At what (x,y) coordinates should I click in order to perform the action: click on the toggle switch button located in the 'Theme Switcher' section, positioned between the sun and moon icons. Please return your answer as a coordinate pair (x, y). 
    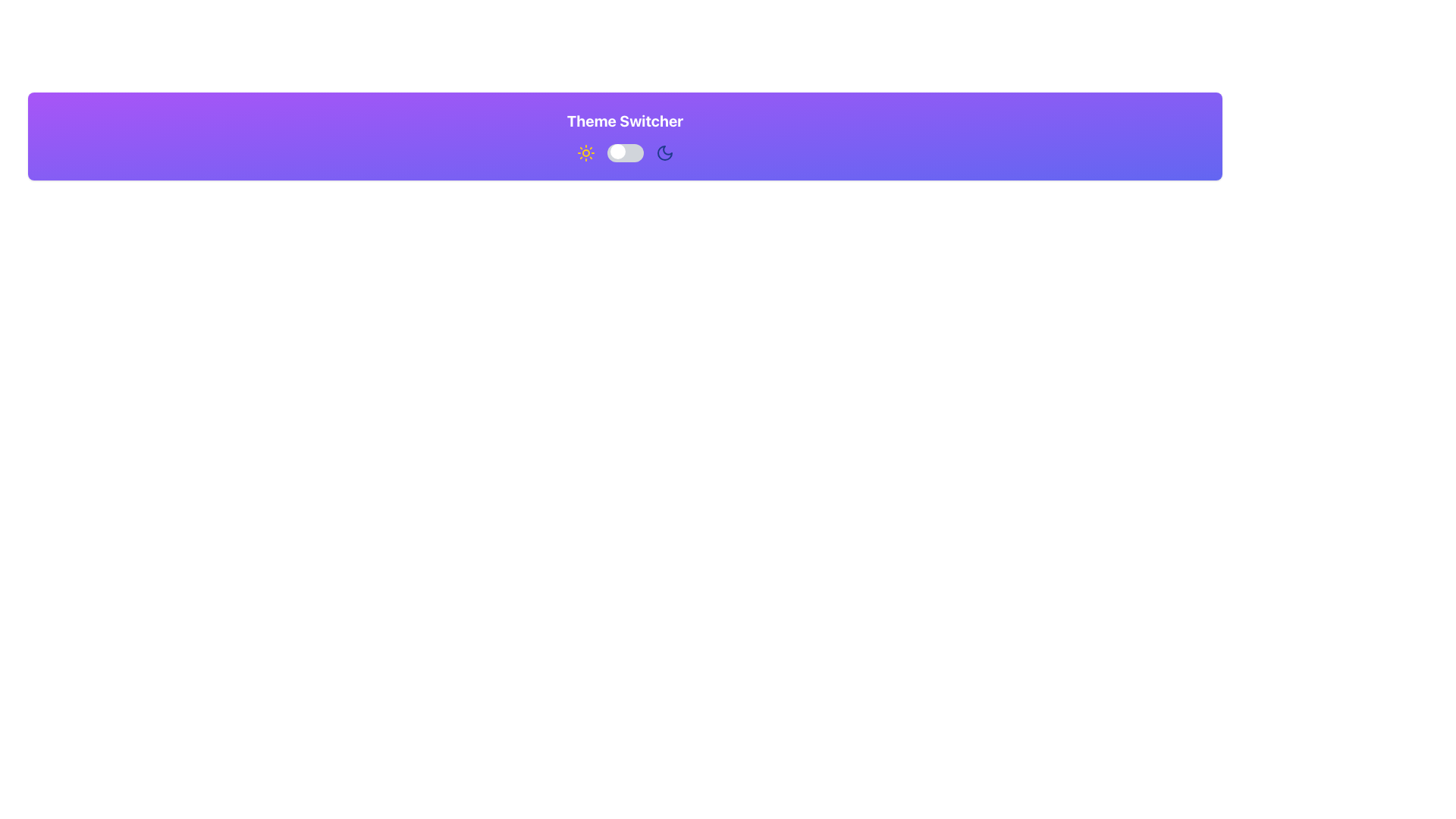
    Looking at the image, I should click on (625, 152).